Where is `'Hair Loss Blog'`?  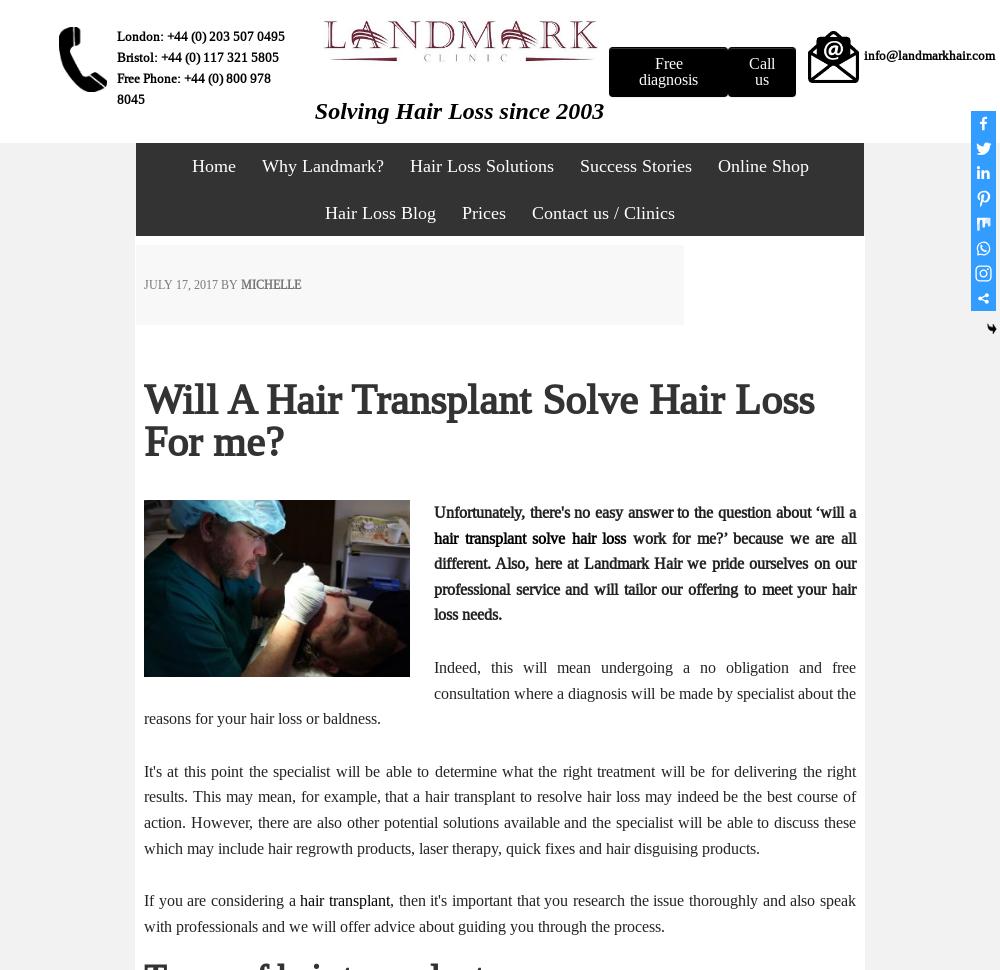
'Hair Loss Blog' is located at coordinates (380, 213).